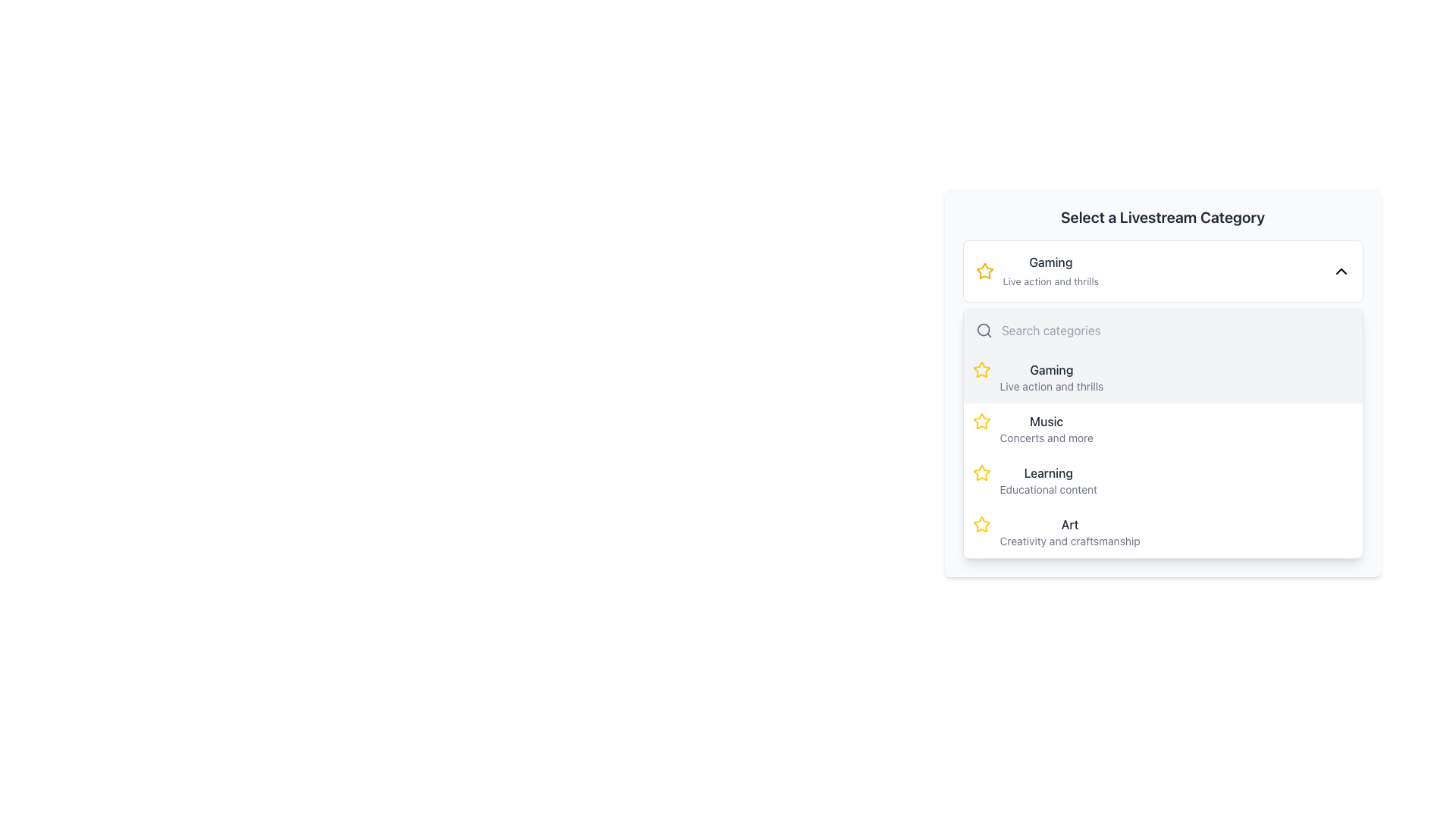 This screenshot has width=1456, height=819. Describe the element at coordinates (1046, 438) in the screenshot. I see `the informational Text label that describes the 'Music' category, summarizing its content as 'Concerts and more'` at that location.